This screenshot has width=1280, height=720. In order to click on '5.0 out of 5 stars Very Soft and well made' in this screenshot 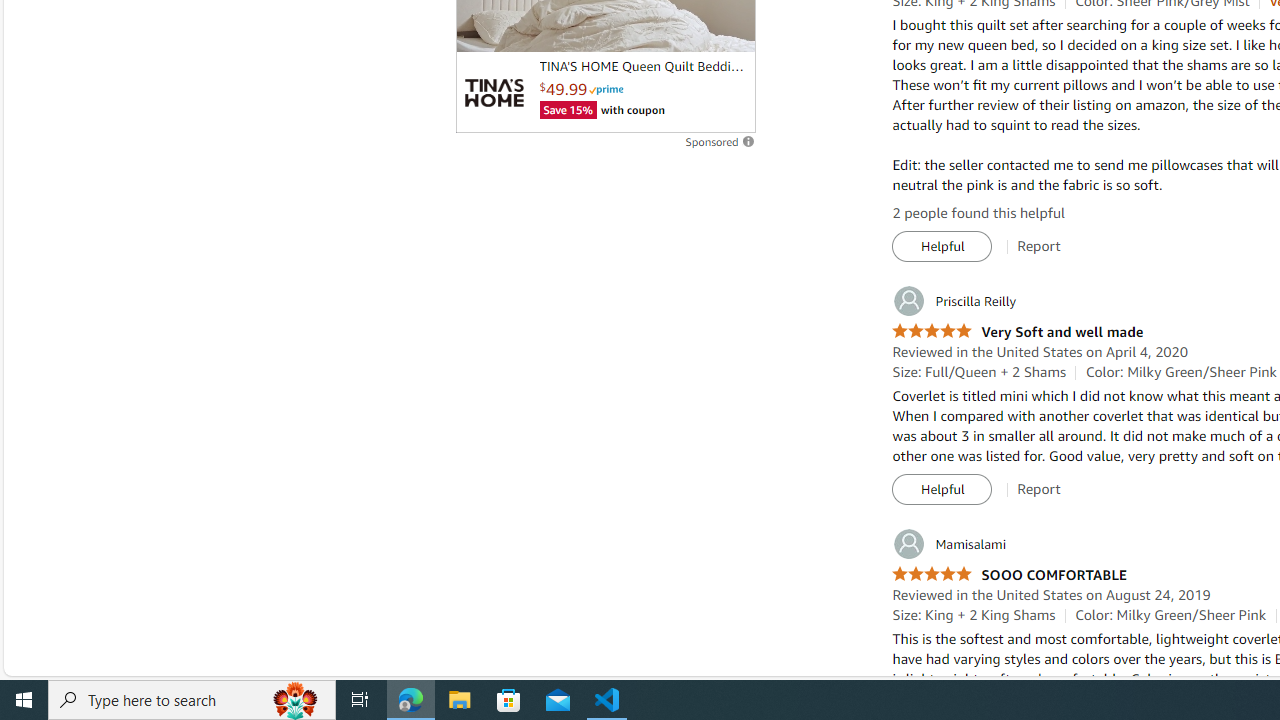, I will do `click(1018, 331)`.